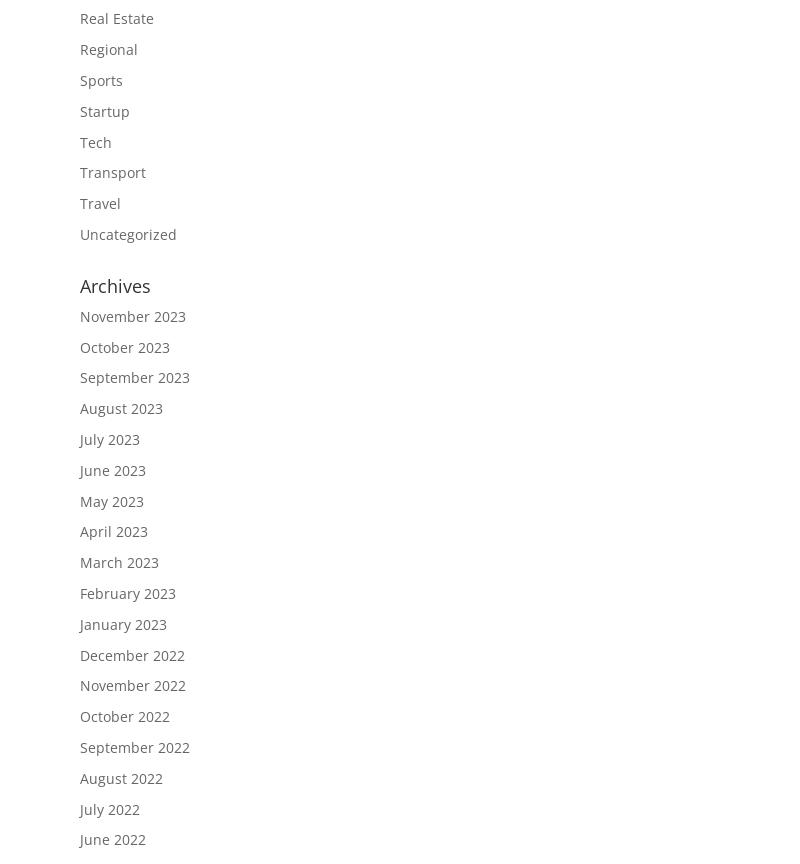 This screenshot has width=800, height=864. Describe the element at coordinates (80, 776) in the screenshot. I see `'August 2022'` at that location.